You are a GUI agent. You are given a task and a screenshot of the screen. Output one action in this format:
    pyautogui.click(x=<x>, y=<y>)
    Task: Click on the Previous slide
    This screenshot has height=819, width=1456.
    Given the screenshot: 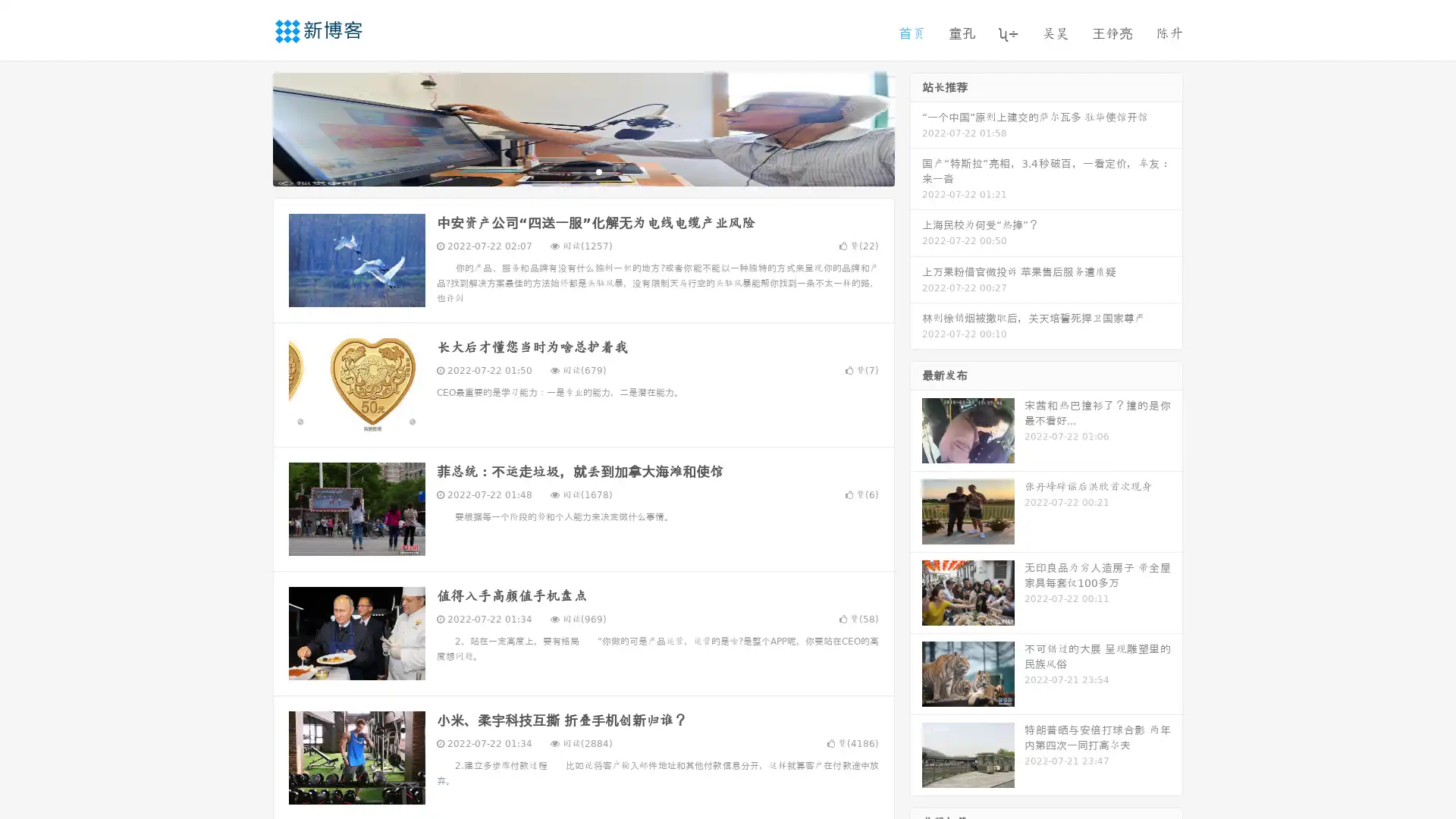 What is the action you would take?
    pyautogui.click(x=250, y=127)
    